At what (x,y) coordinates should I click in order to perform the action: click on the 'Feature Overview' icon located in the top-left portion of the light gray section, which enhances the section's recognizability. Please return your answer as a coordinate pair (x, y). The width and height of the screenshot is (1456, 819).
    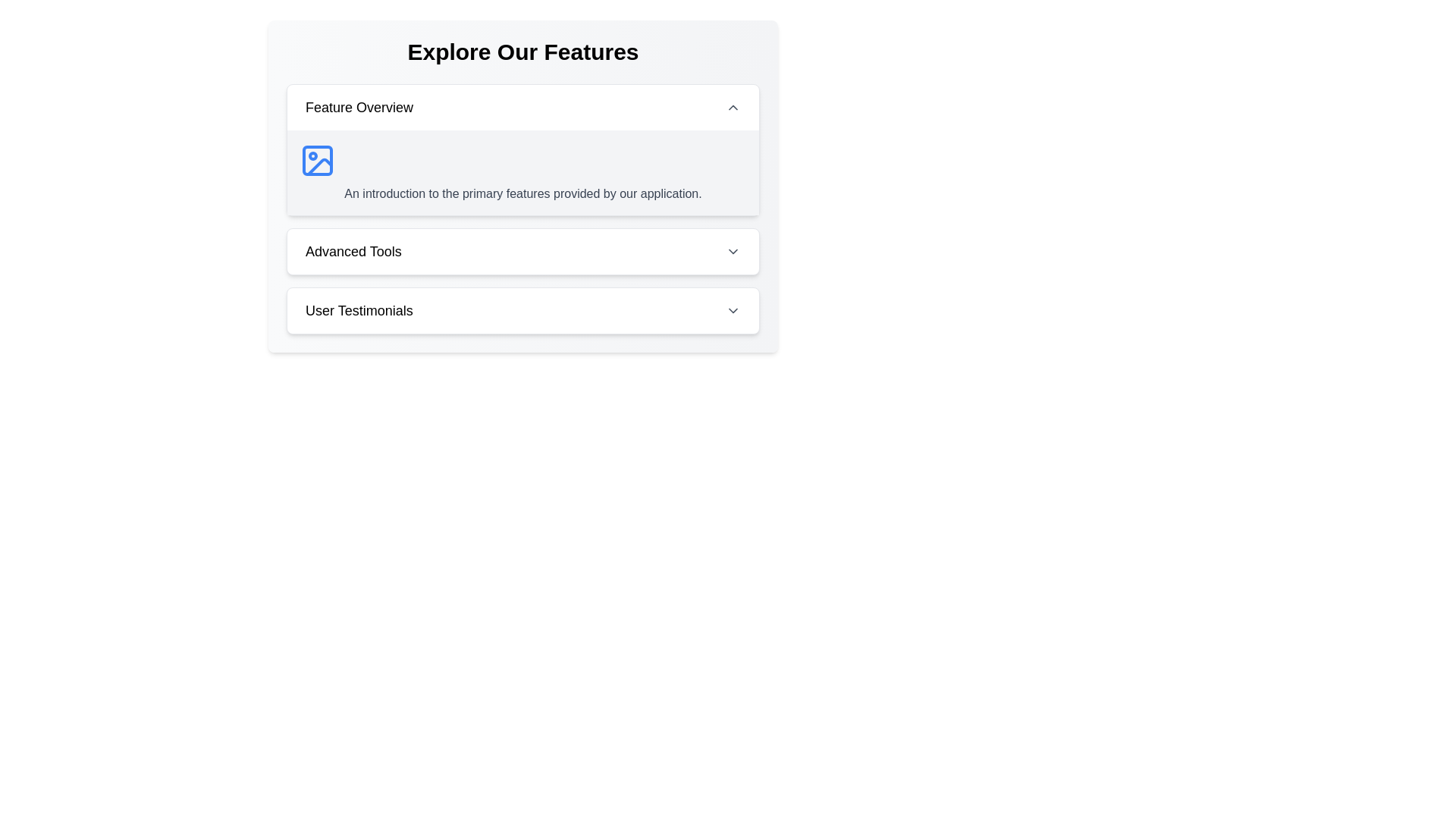
    Looking at the image, I should click on (316, 161).